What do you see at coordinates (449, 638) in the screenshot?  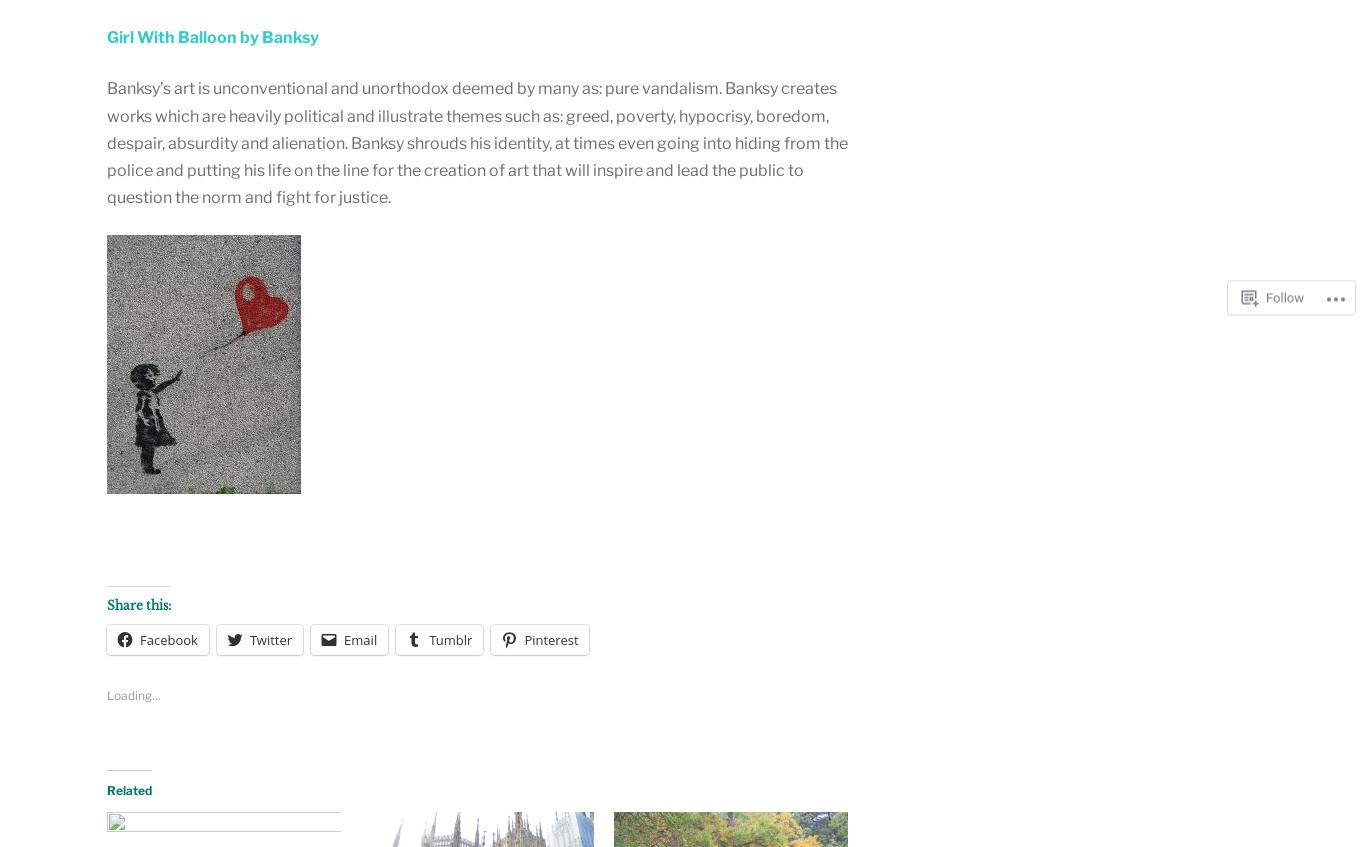 I see `'Tumblr'` at bounding box center [449, 638].